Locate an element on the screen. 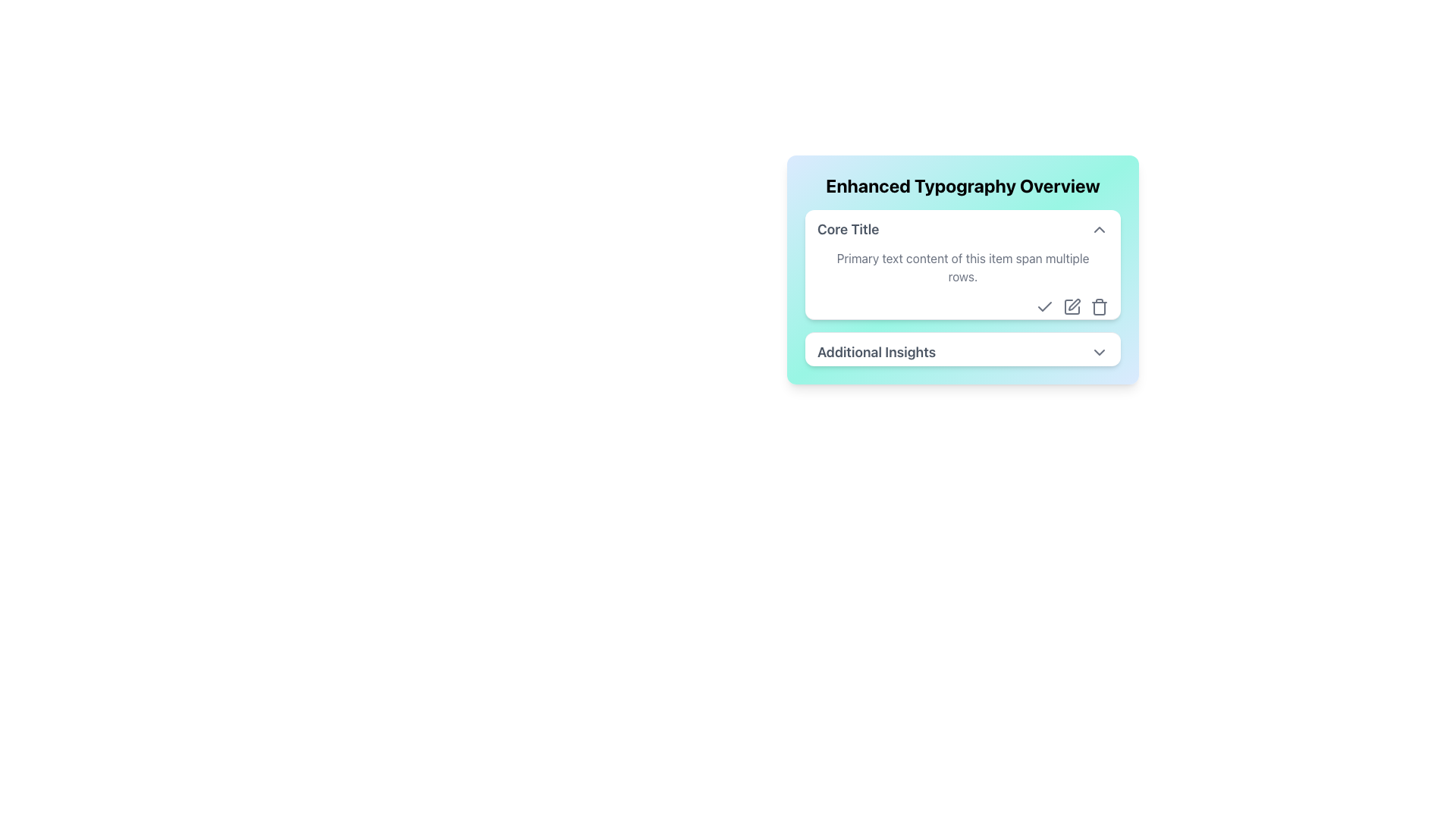 This screenshot has width=1456, height=819. the Text Block element containing the string 'Primary text content of this item span multiple rows.' which is located under the heading 'Core Title' in the card layout is located at coordinates (962, 283).